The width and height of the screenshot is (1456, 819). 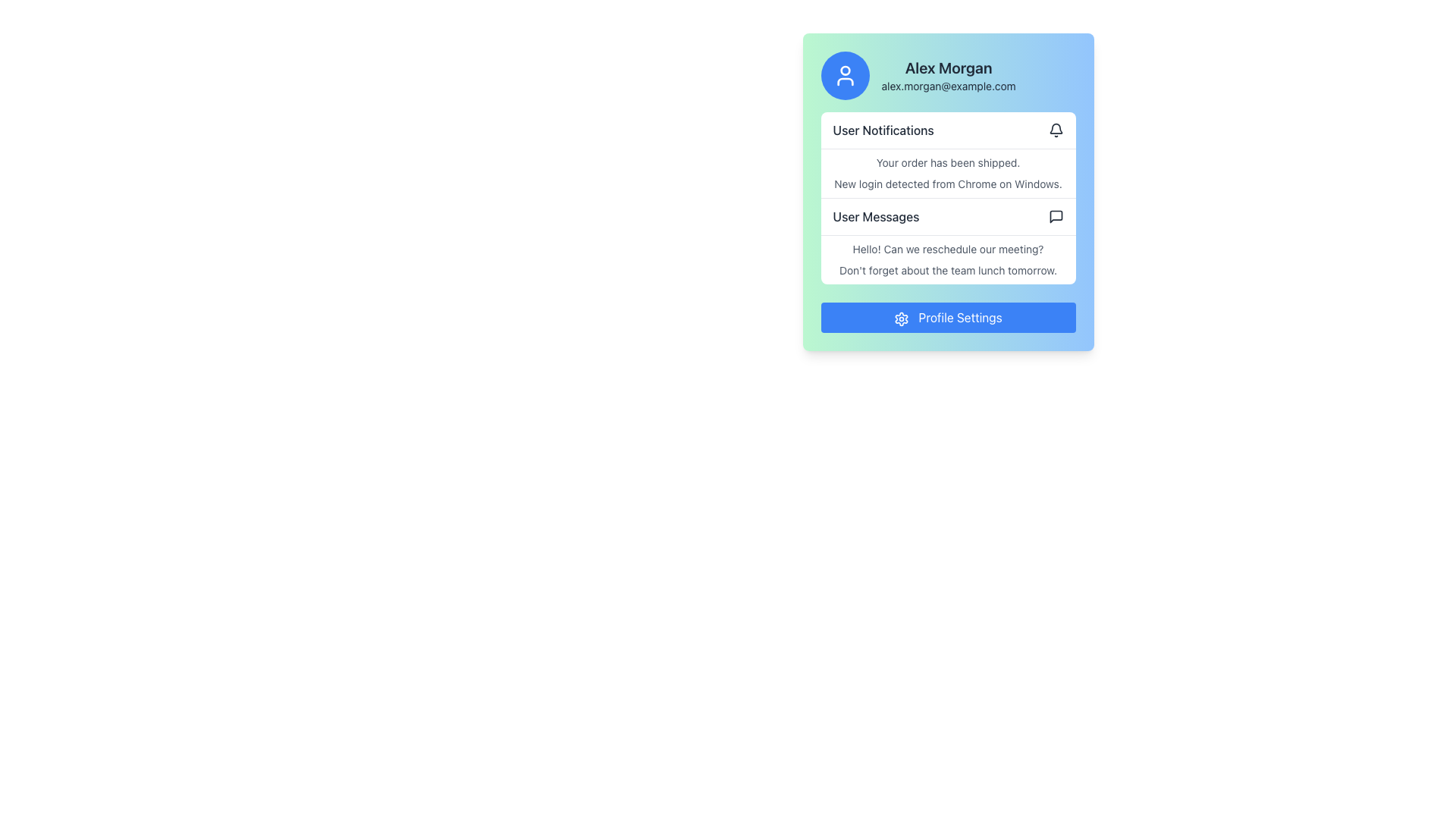 I want to click on the notification bell icon, which is a minimalistic line art representation located in the upper-right portion of the notification card, adjacent to the 'User Notifications' title, so click(x=1055, y=127).